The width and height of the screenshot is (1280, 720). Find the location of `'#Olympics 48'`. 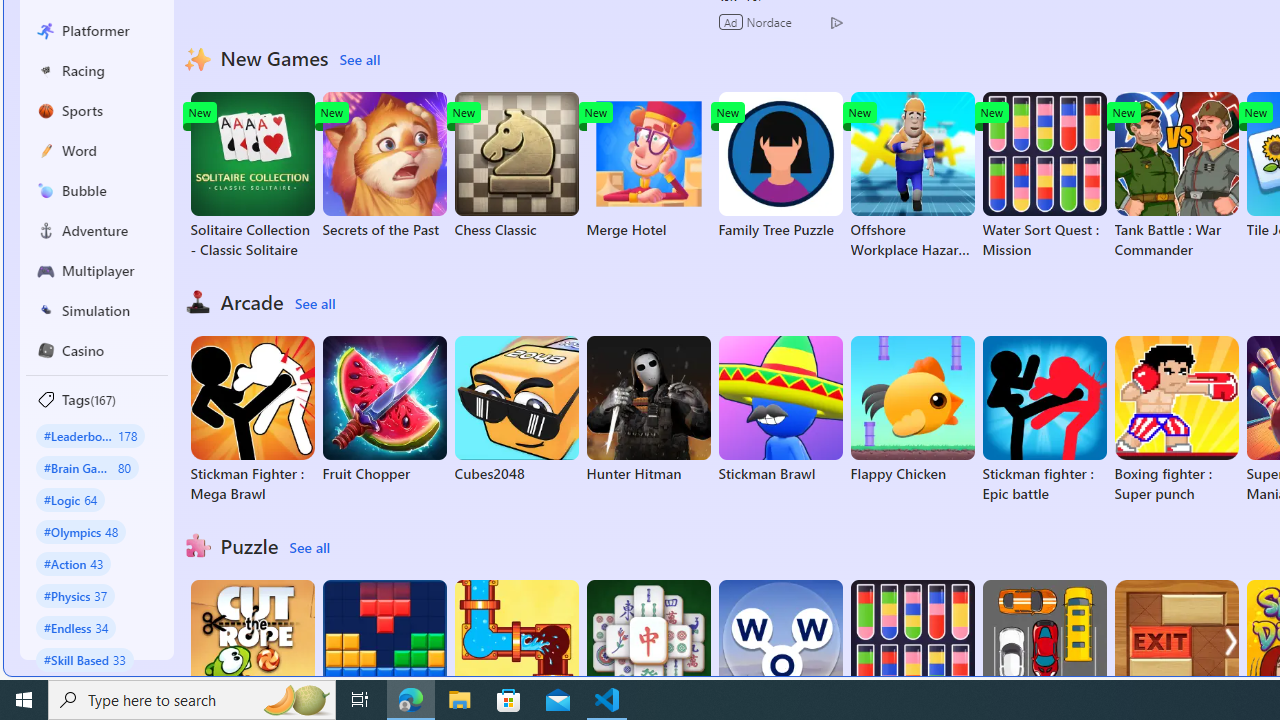

'#Olympics 48' is located at coordinates (80, 530).